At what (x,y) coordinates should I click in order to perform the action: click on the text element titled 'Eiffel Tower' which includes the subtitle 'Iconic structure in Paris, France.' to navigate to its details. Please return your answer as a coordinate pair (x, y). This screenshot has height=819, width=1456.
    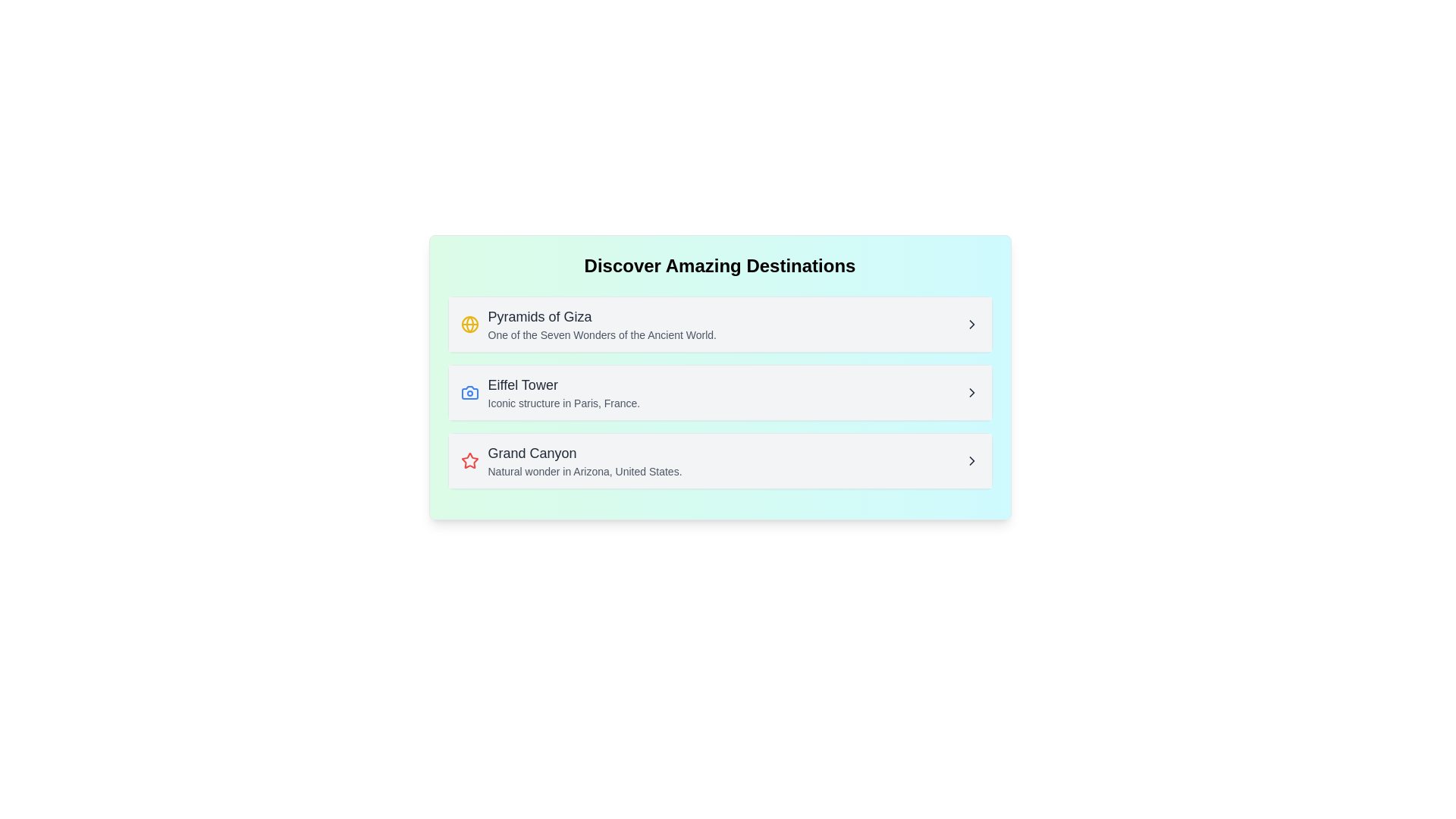
    Looking at the image, I should click on (563, 391).